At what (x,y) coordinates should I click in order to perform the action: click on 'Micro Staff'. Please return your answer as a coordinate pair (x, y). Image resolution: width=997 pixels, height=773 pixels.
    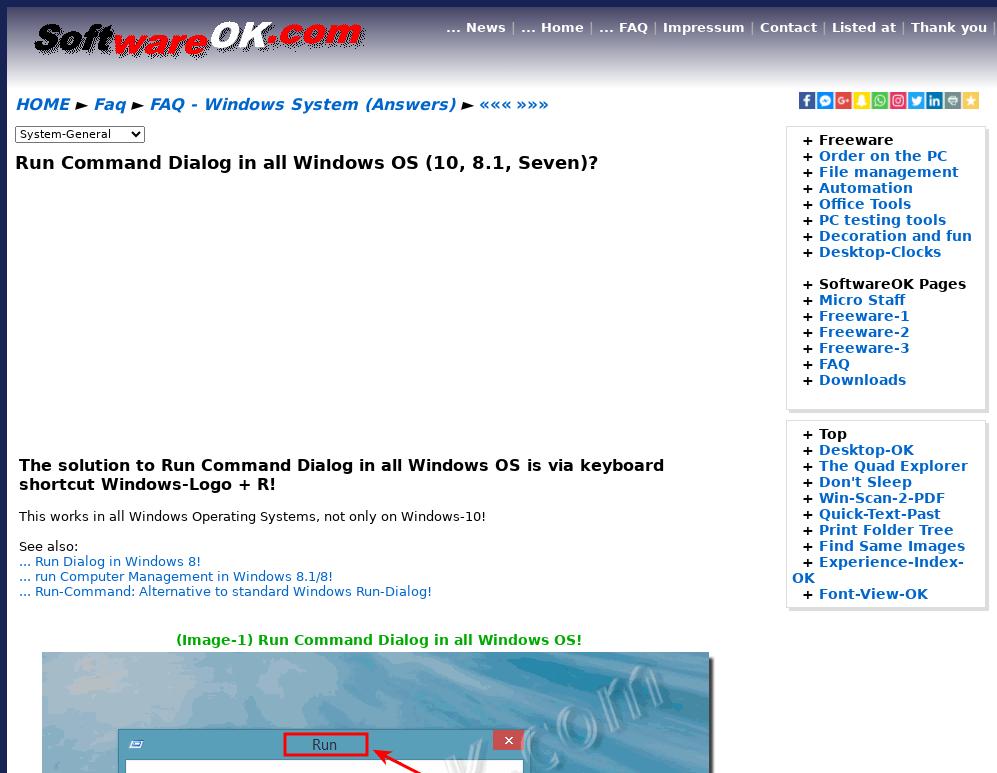
    Looking at the image, I should click on (819, 298).